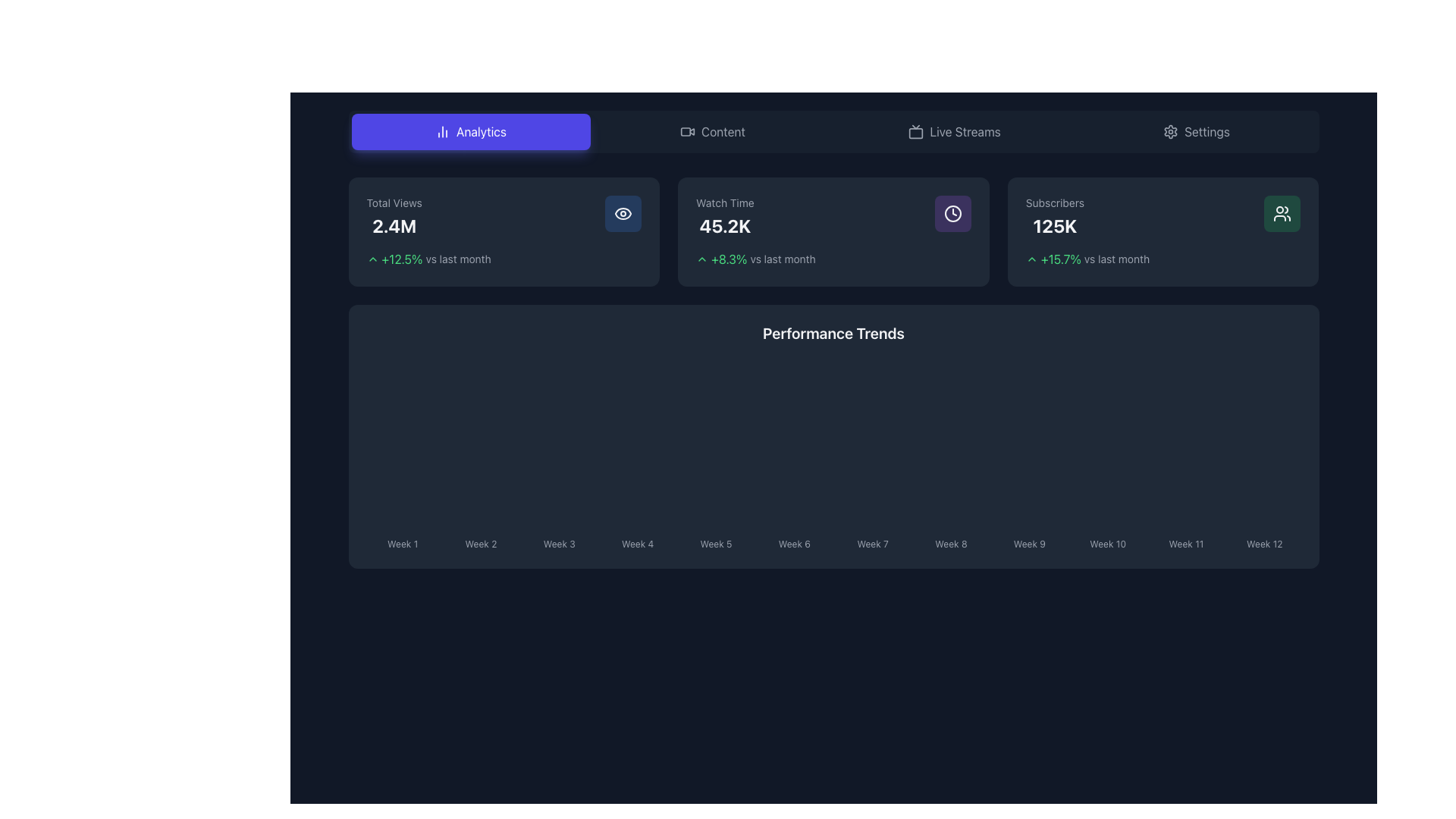  I want to click on the text label displaying 'Week 6', which is muted gray and changes to white on hover, located beneath the 'Performance Trends' label, so click(793, 540).